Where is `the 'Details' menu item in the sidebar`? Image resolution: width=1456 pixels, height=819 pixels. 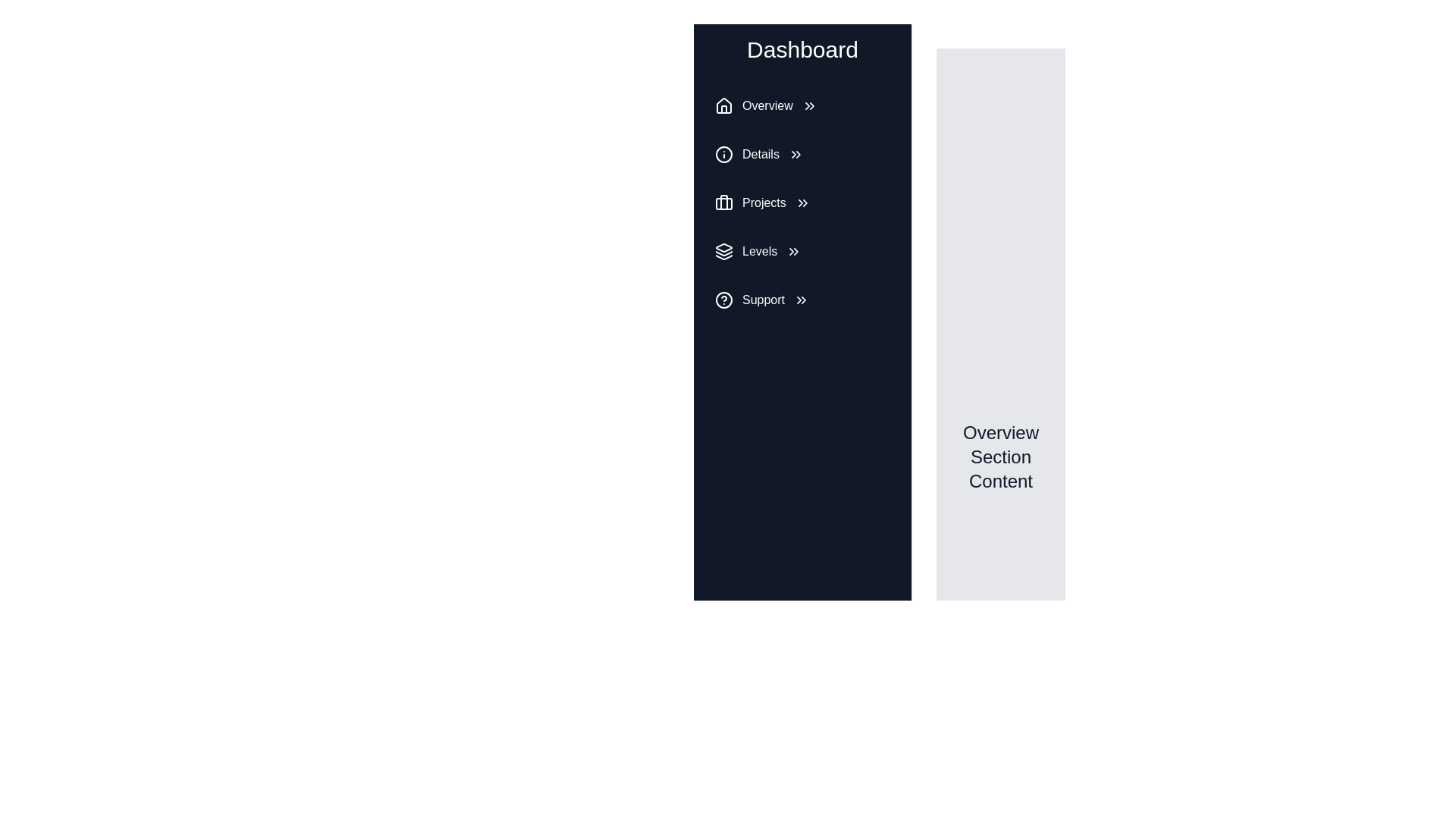 the 'Details' menu item in the sidebar is located at coordinates (802, 155).